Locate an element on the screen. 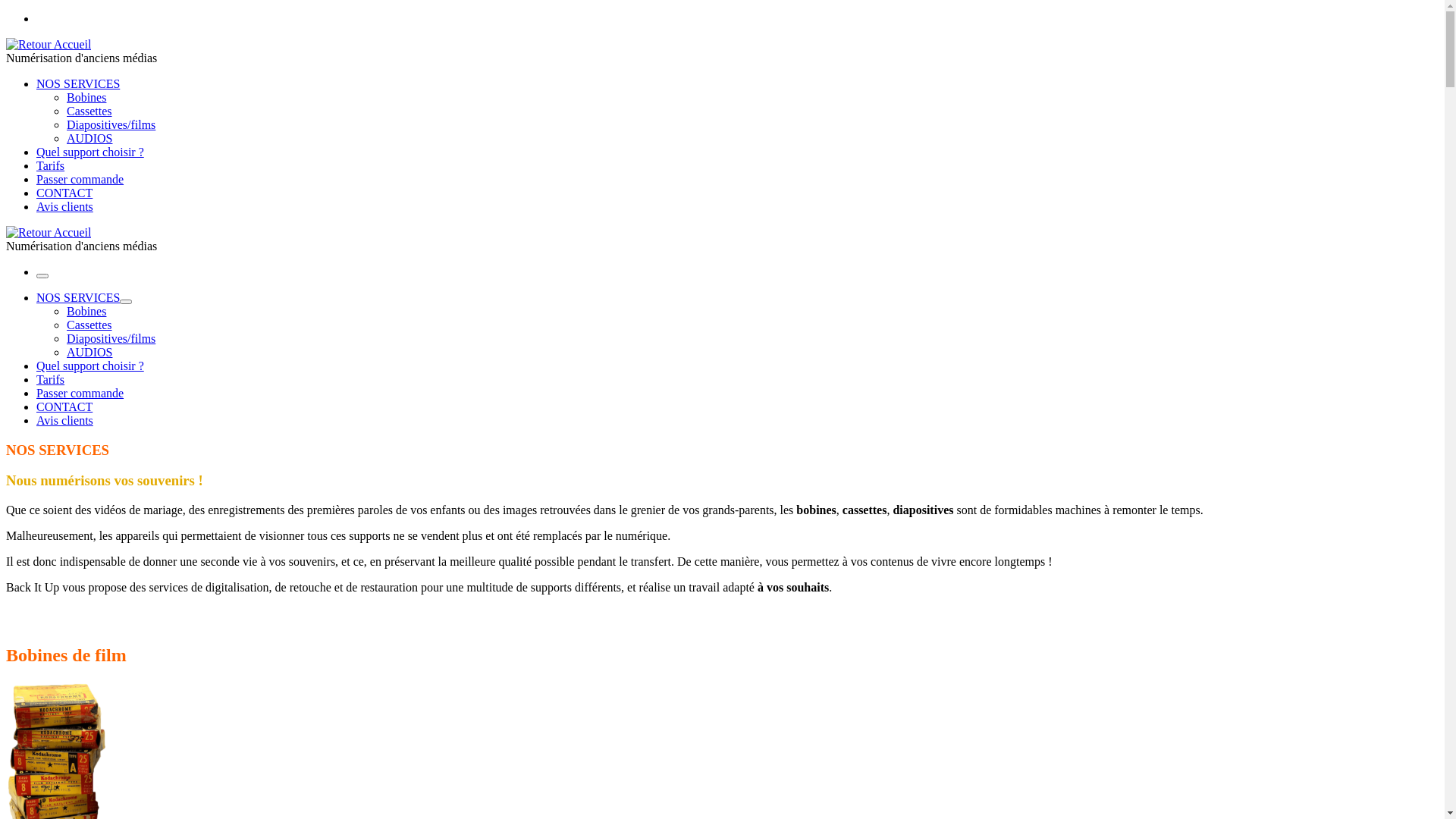 Image resolution: width=1456 pixels, height=819 pixels. 'Avis clients' is located at coordinates (64, 420).